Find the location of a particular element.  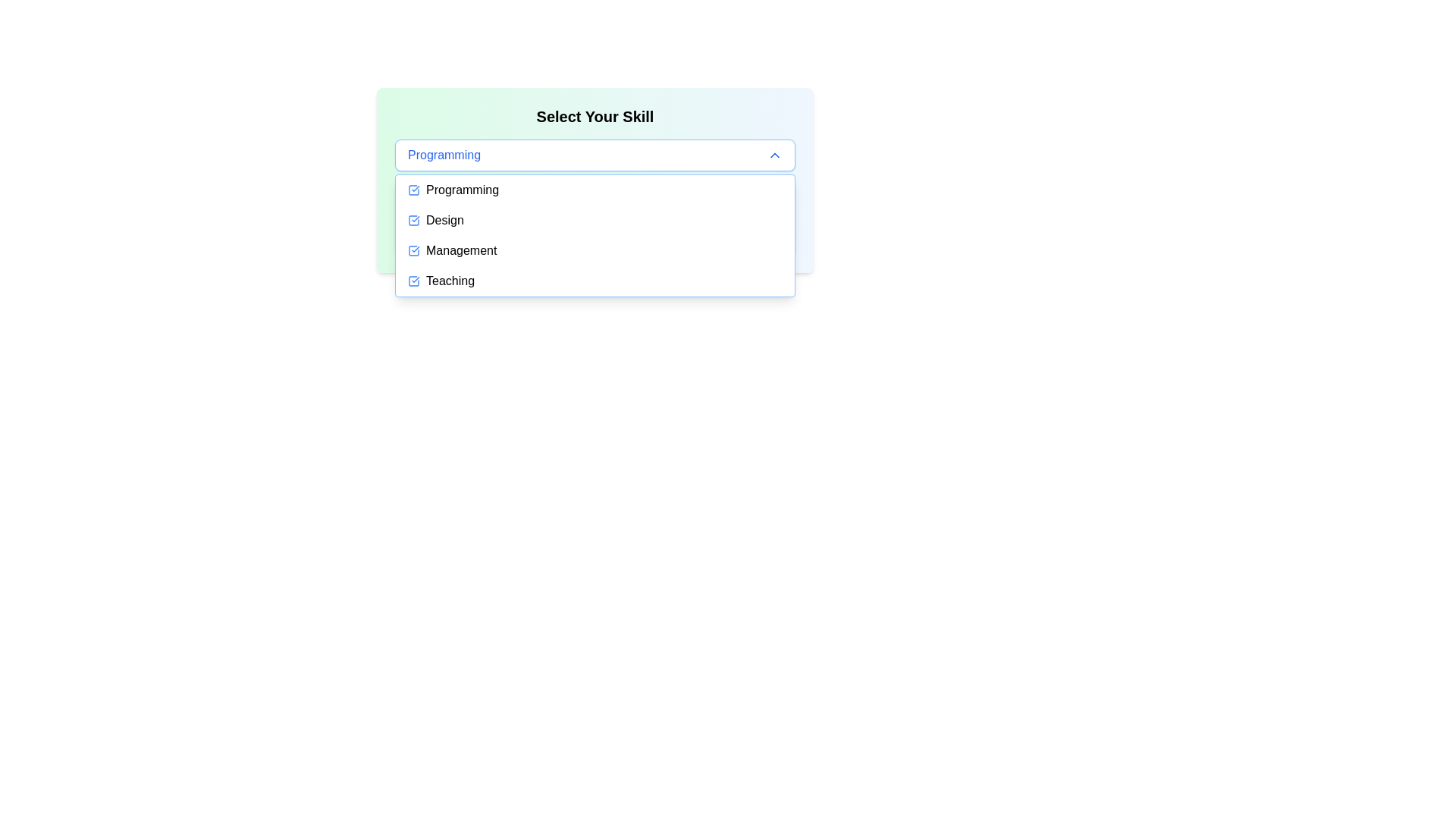

the 'Management' option in the dropdown menu by clicking on the active icon that indicates the selection of this option is located at coordinates (414, 250).